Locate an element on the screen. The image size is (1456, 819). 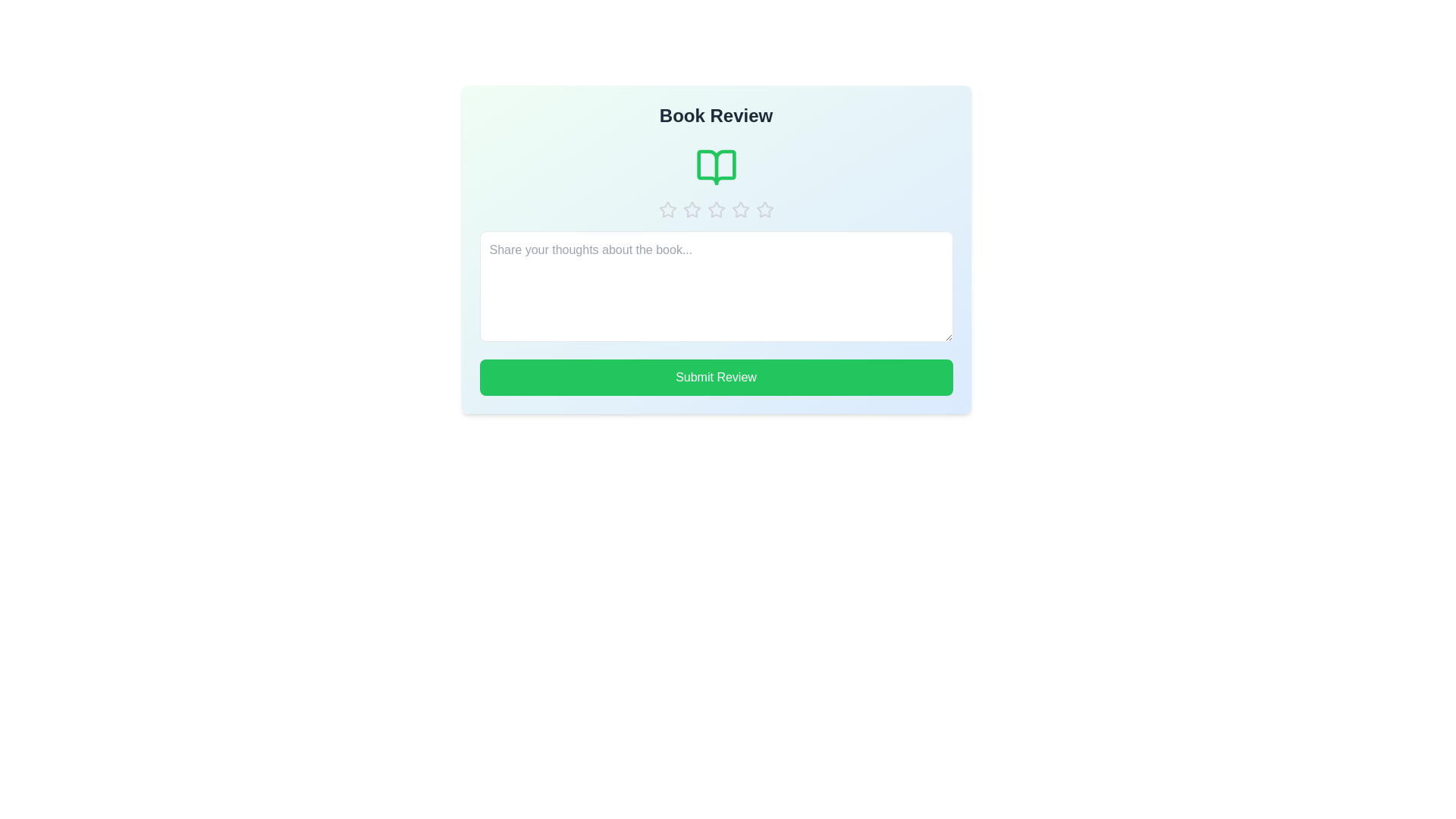
the book rating to 1 stars by clicking the corresponding star is located at coordinates (667, 210).